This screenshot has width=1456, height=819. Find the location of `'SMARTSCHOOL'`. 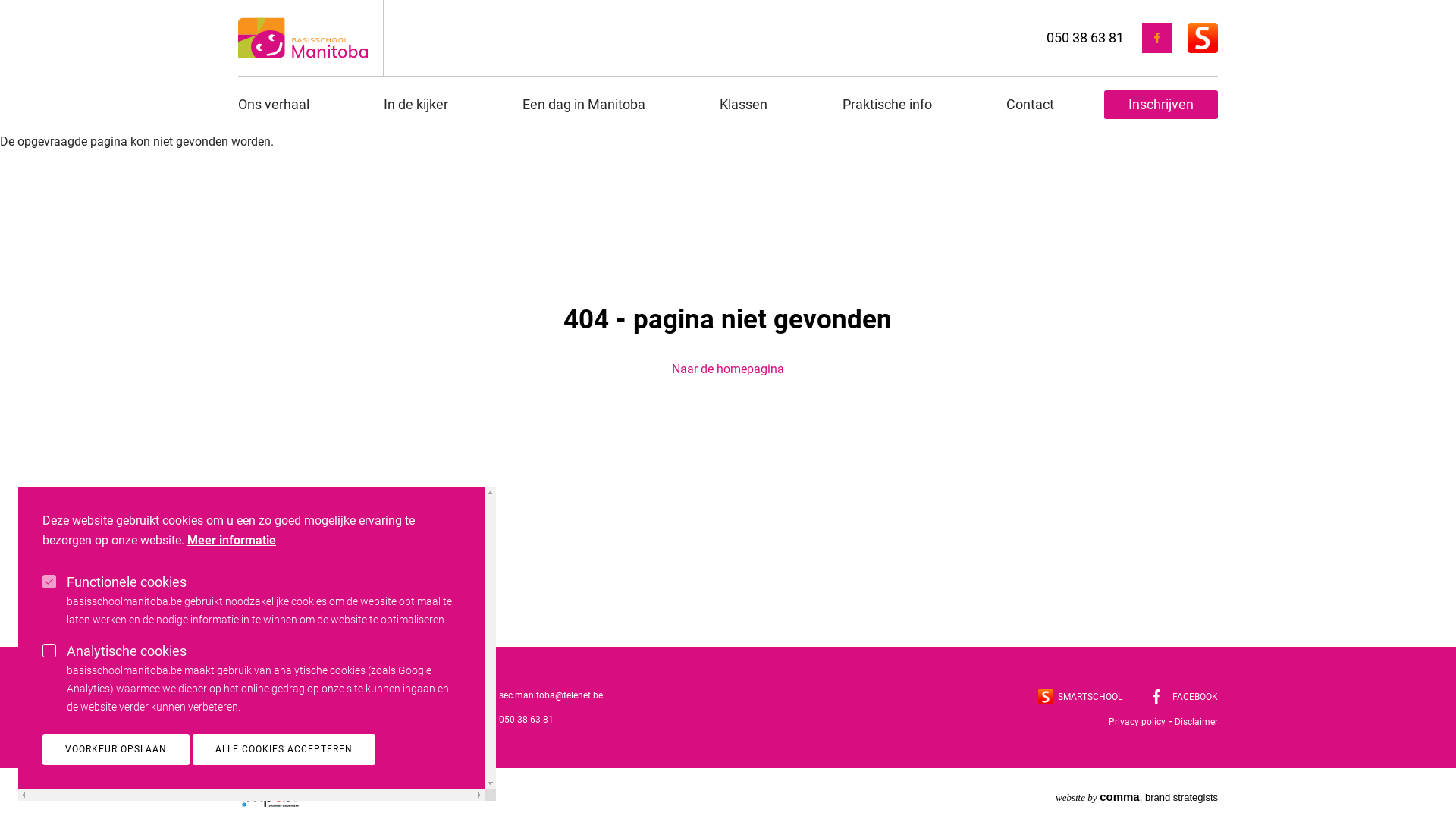

'SMARTSCHOOL' is located at coordinates (1037, 696).